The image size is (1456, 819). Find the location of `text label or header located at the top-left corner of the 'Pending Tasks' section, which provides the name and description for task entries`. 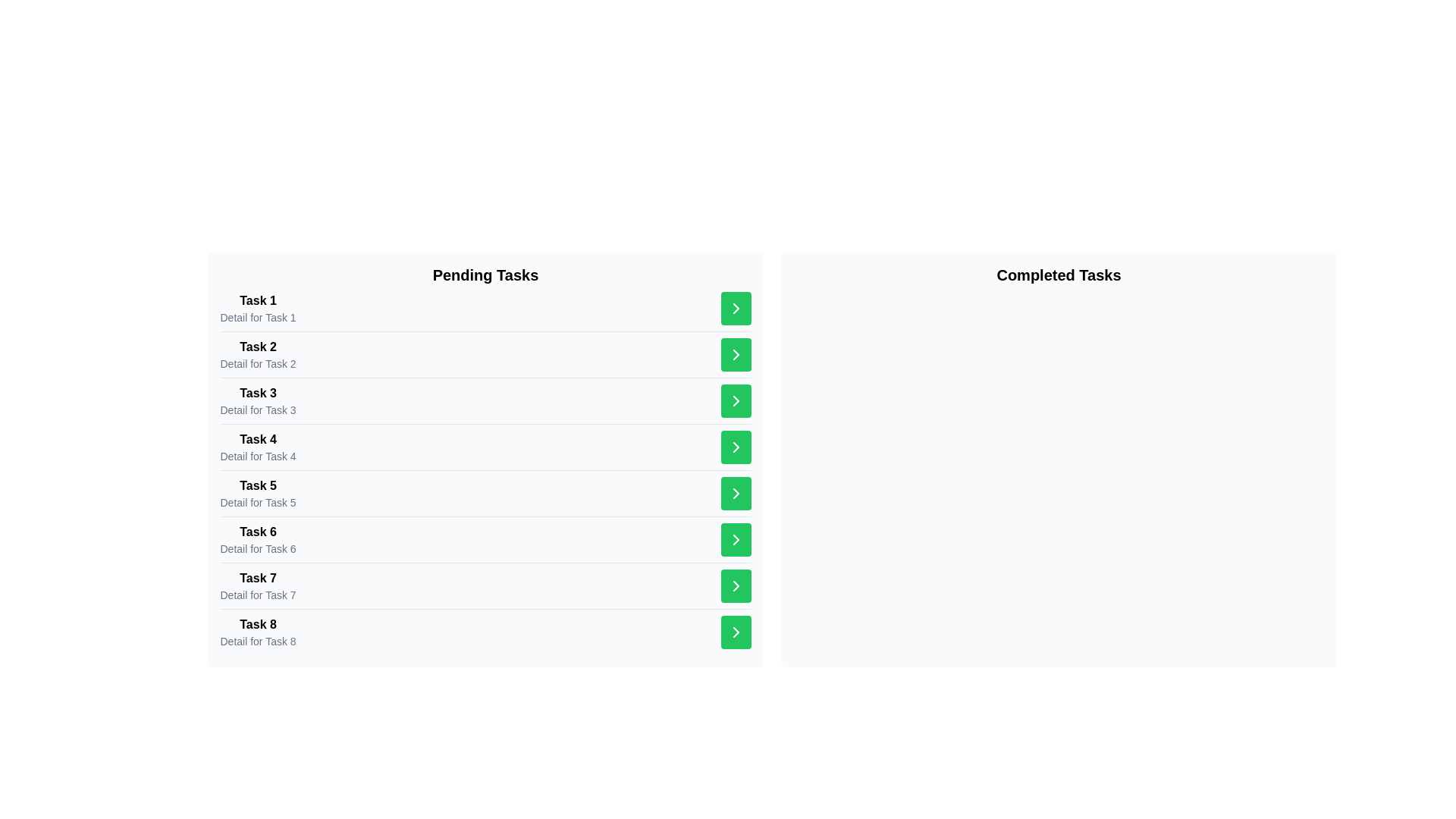

text label or header located at the top-left corner of the 'Pending Tasks' section, which provides the name and description for task entries is located at coordinates (258, 308).